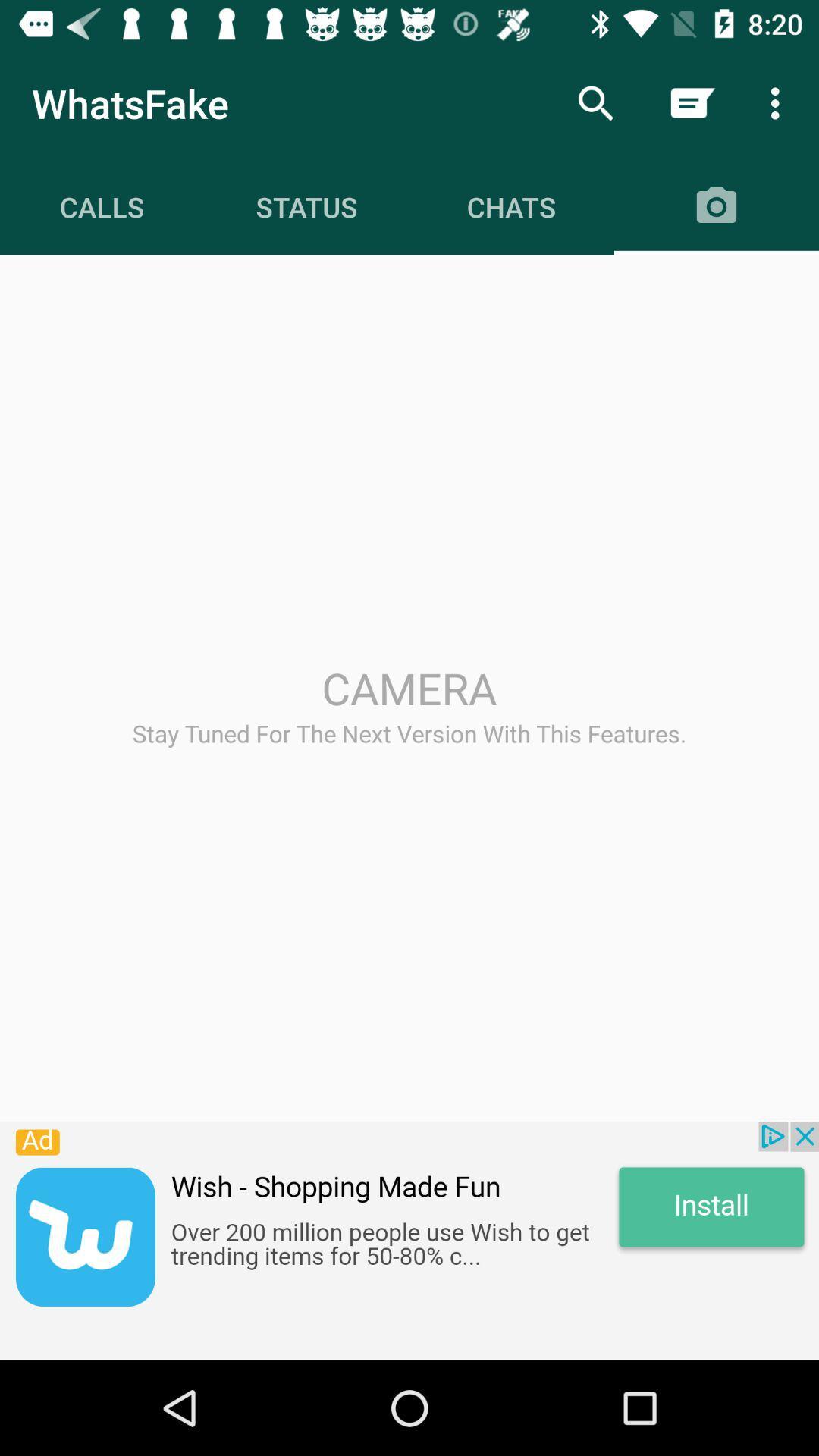 This screenshot has width=819, height=1456. What do you see at coordinates (409, 1241) in the screenshot?
I see `advertisement` at bounding box center [409, 1241].